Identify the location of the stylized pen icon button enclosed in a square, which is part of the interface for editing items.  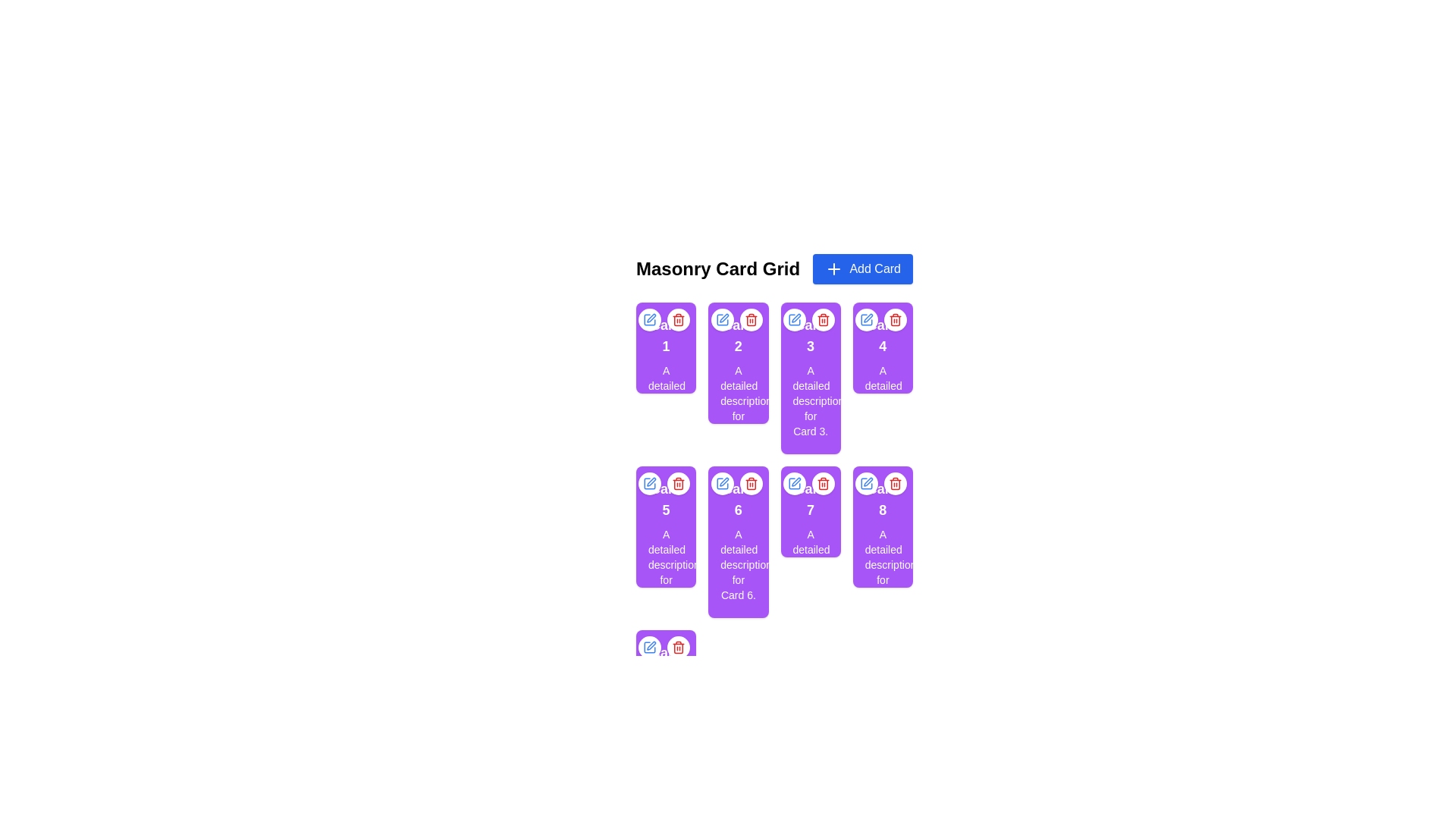
(866, 483).